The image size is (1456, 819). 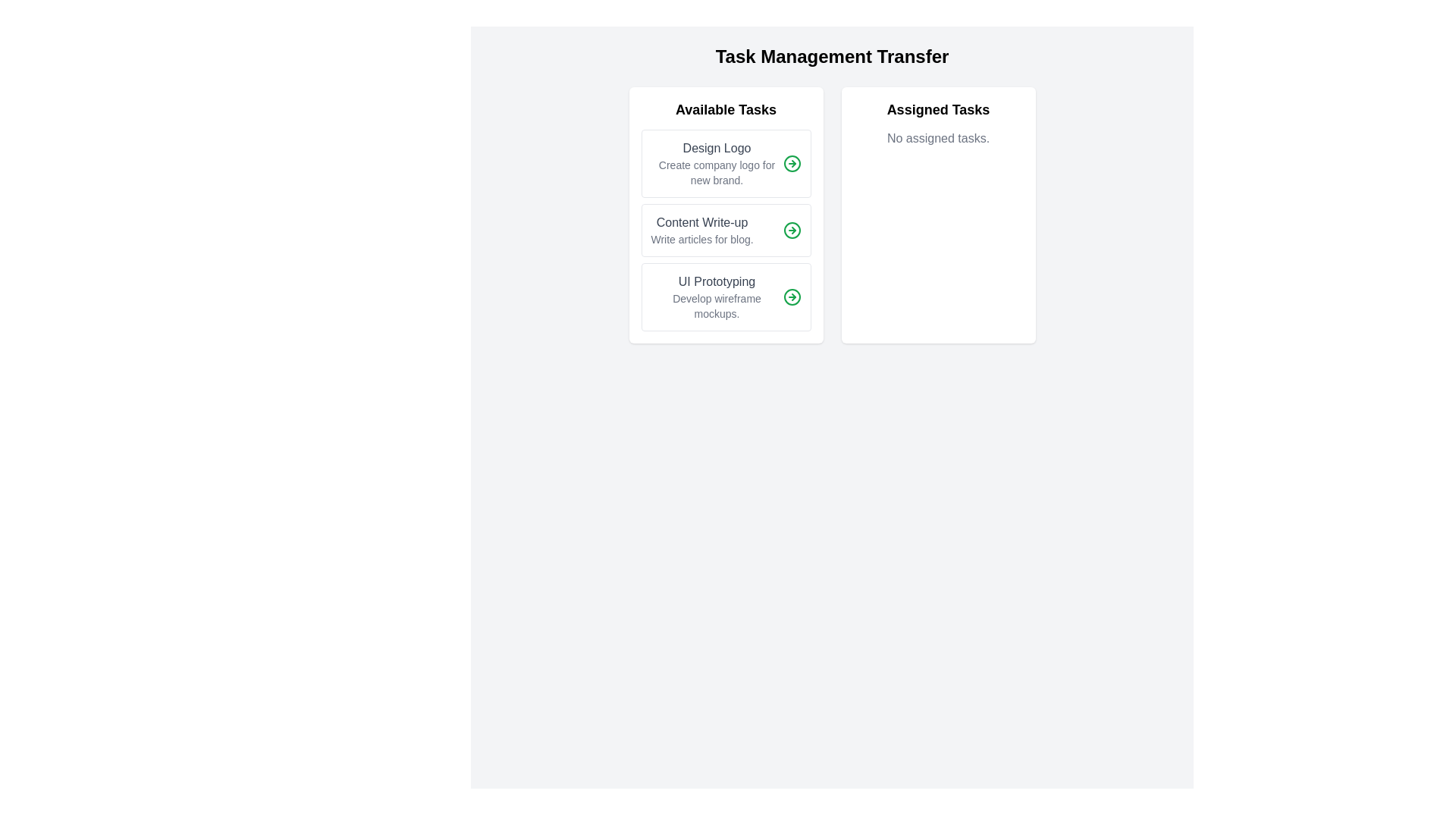 What do you see at coordinates (791, 164) in the screenshot?
I see `the circular icon with a green outline and rightward-pointing arrow` at bounding box center [791, 164].